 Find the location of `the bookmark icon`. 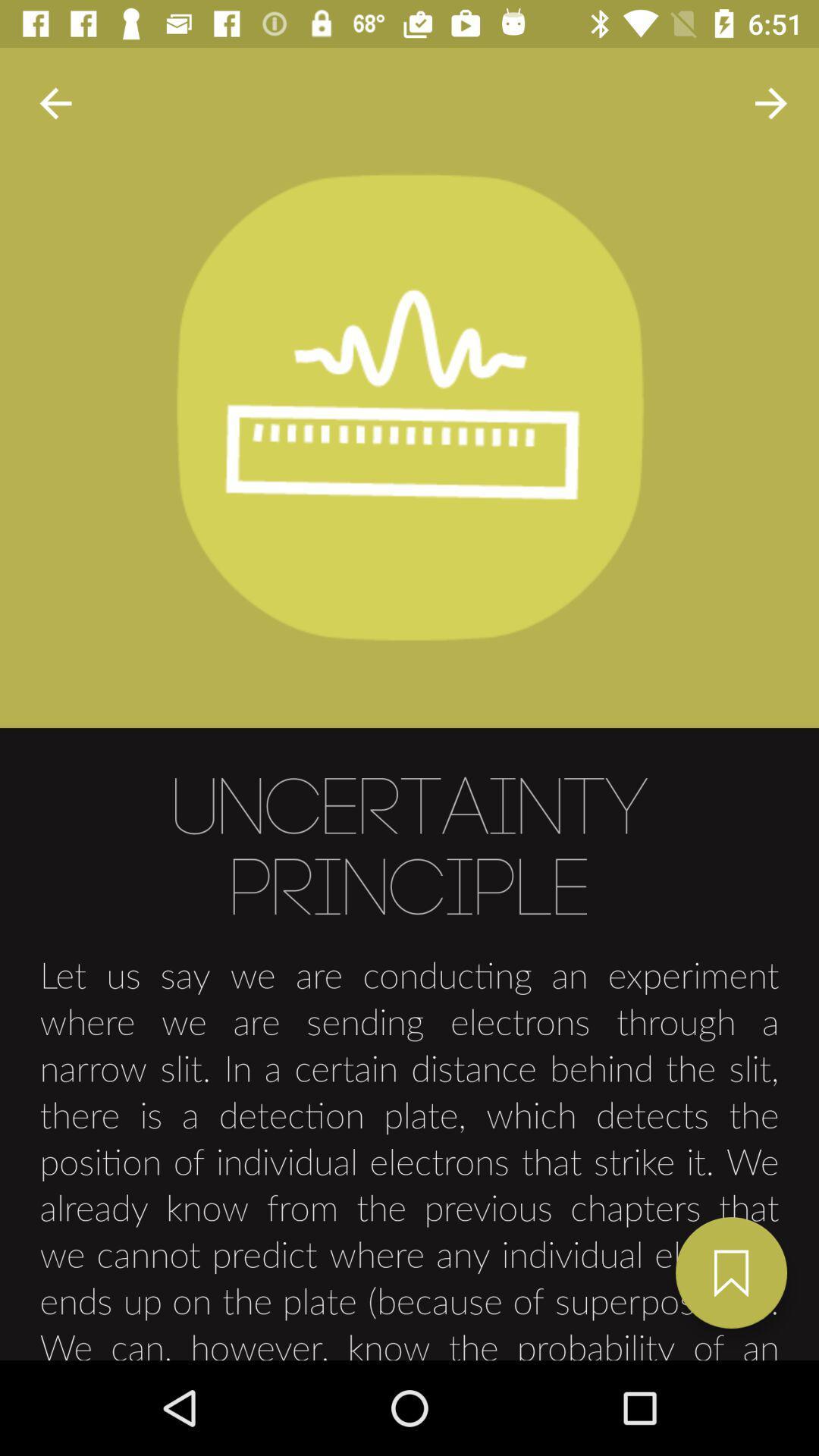

the bookmark icon is located at coordinates (730, 1272).